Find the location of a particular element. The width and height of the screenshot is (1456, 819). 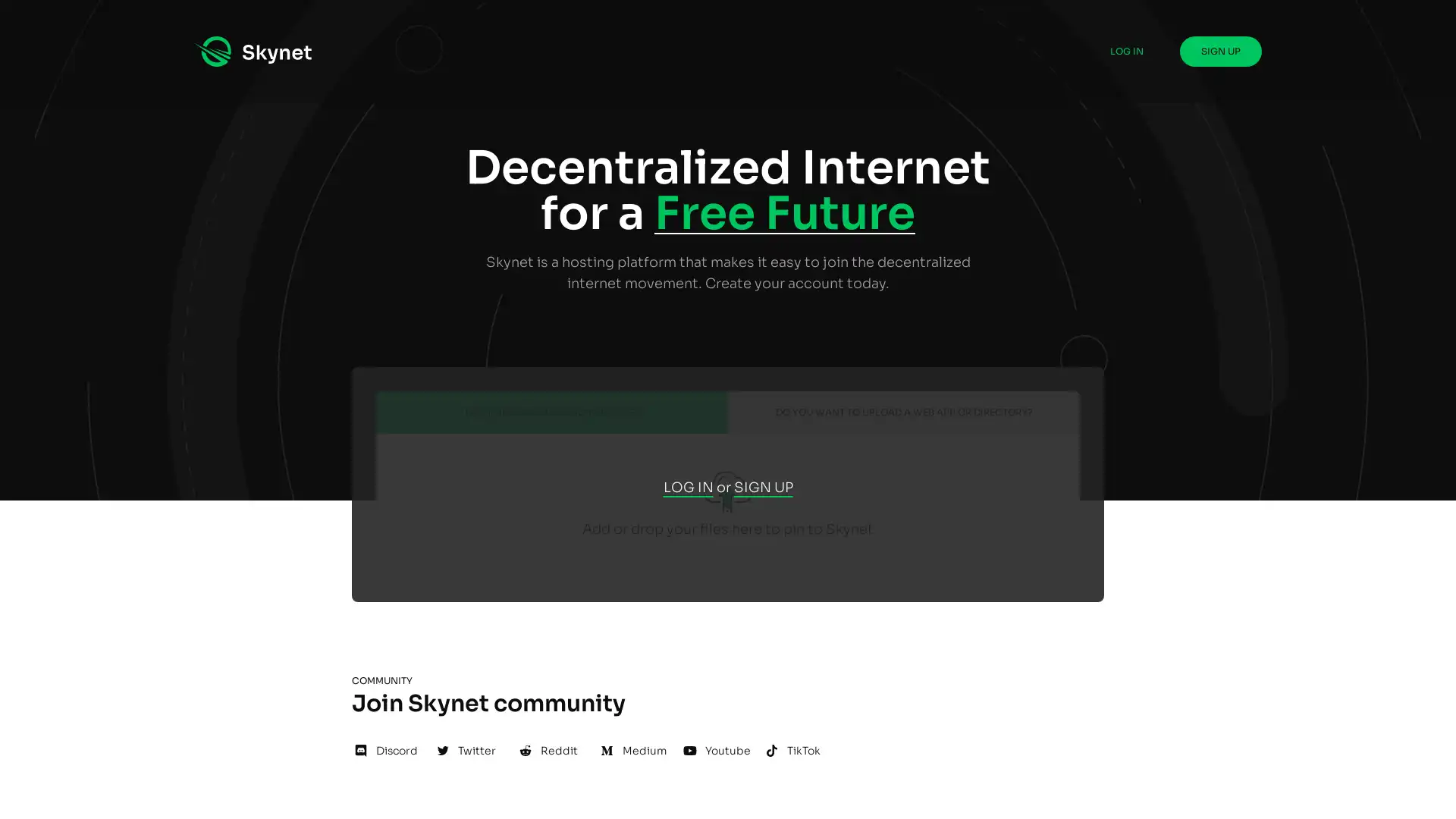

DO YOU WANT TO UPLOAD A WEB APP OR DIRECTORY? is located at coordinates (903, 412).